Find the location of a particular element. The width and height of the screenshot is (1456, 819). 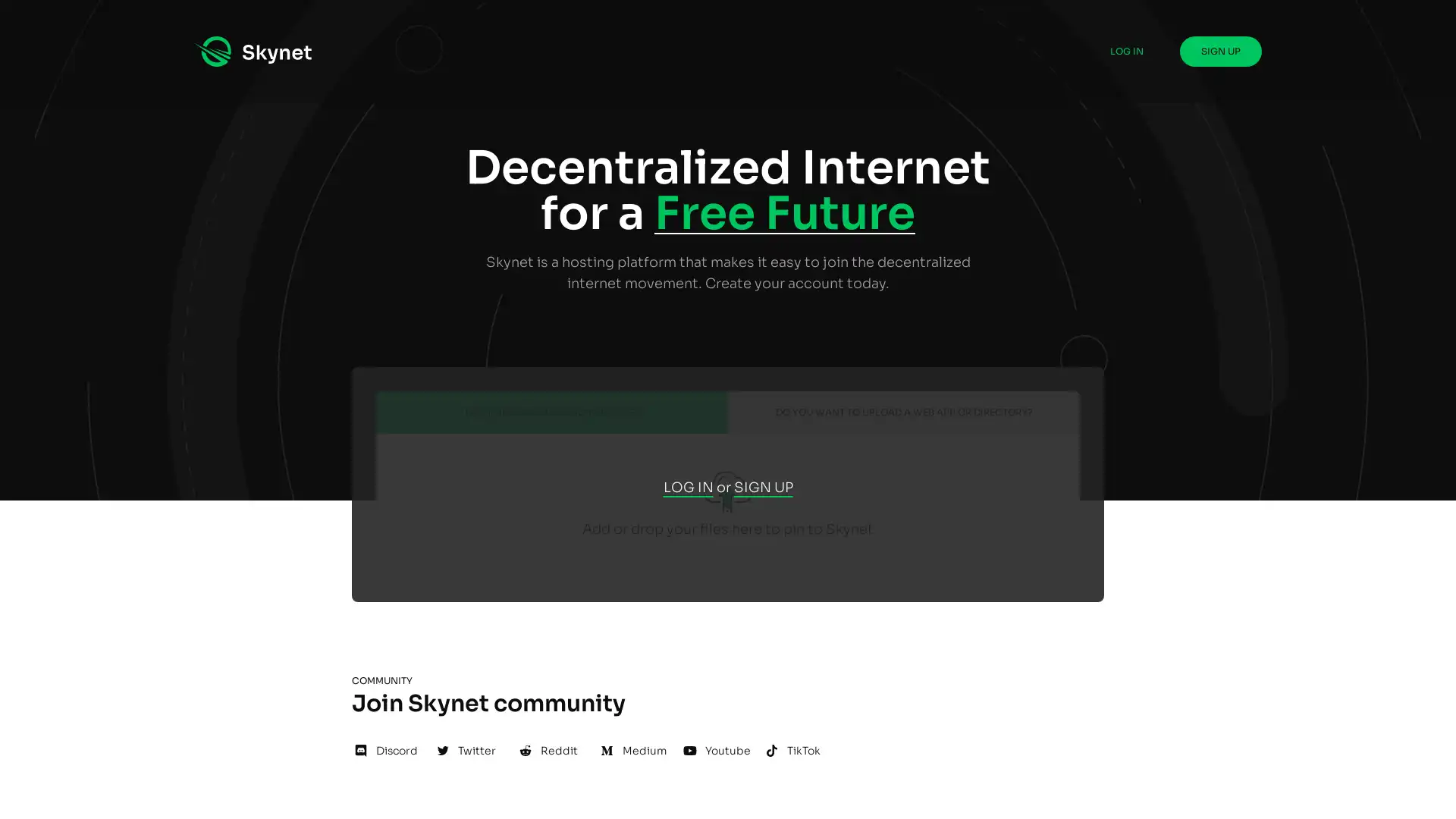

DO YOU WANT TO UPLOAD A WEB APP OR DIRECTORY? is located at coordinates (903, 412).